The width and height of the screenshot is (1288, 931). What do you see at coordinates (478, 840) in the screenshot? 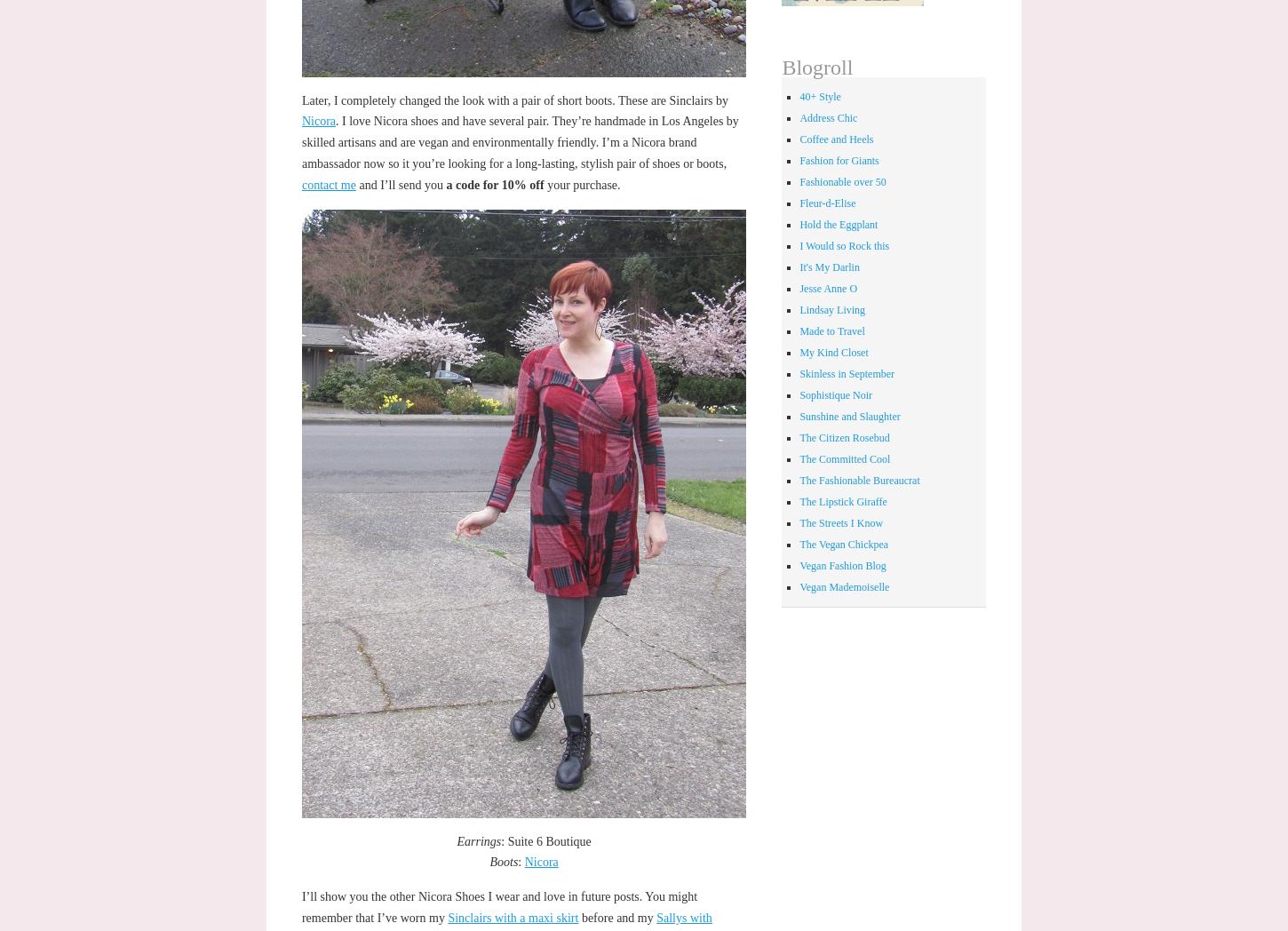
I see `'Earrings'` at bounding box center [478, 840].